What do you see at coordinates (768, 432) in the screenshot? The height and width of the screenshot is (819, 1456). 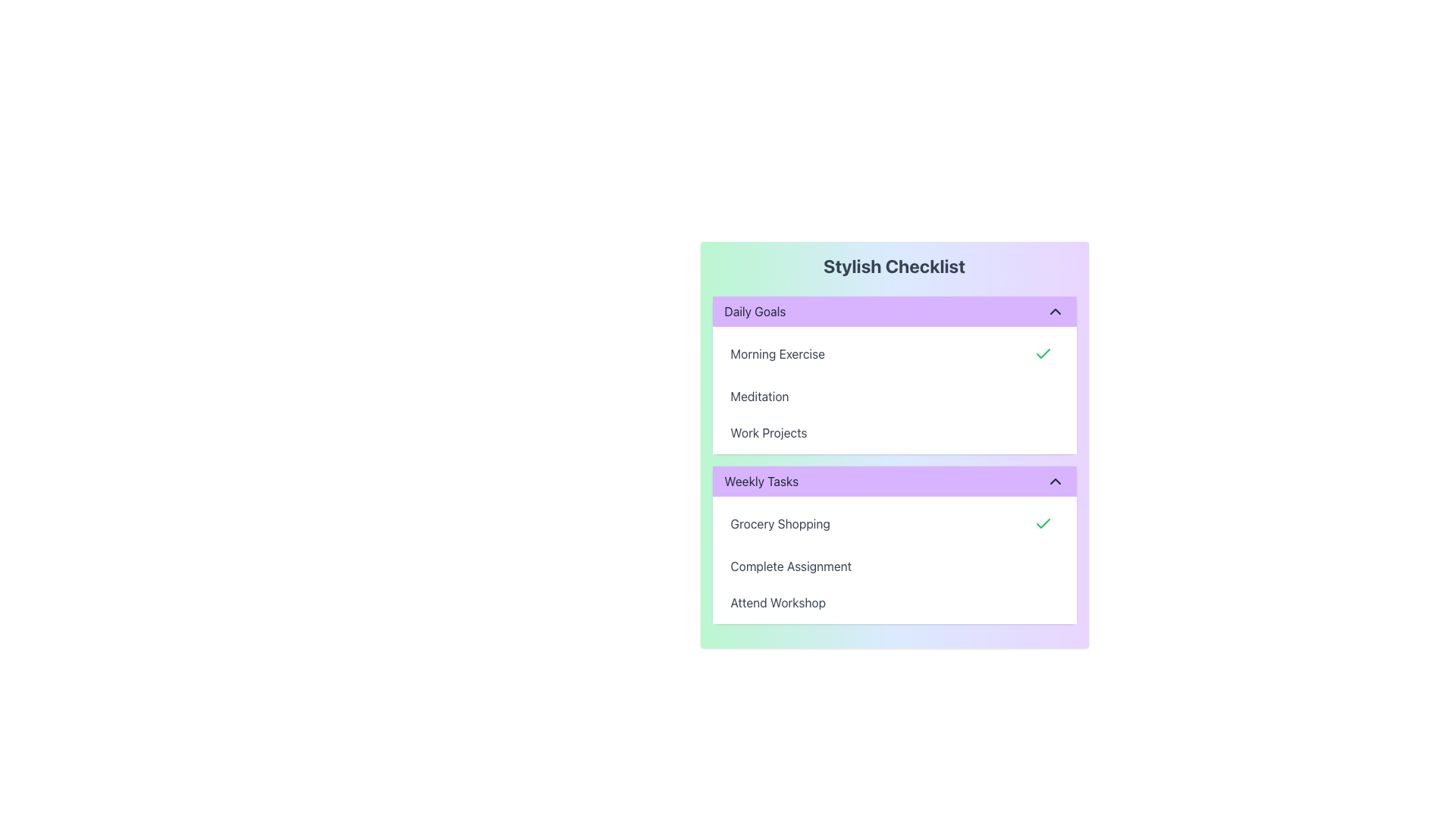 I see `the text label 'Work Projects' located under the 'Daily Goals' section, which is styled in dark gray and is the third item in the checklist` at bounding box center [768, 432].